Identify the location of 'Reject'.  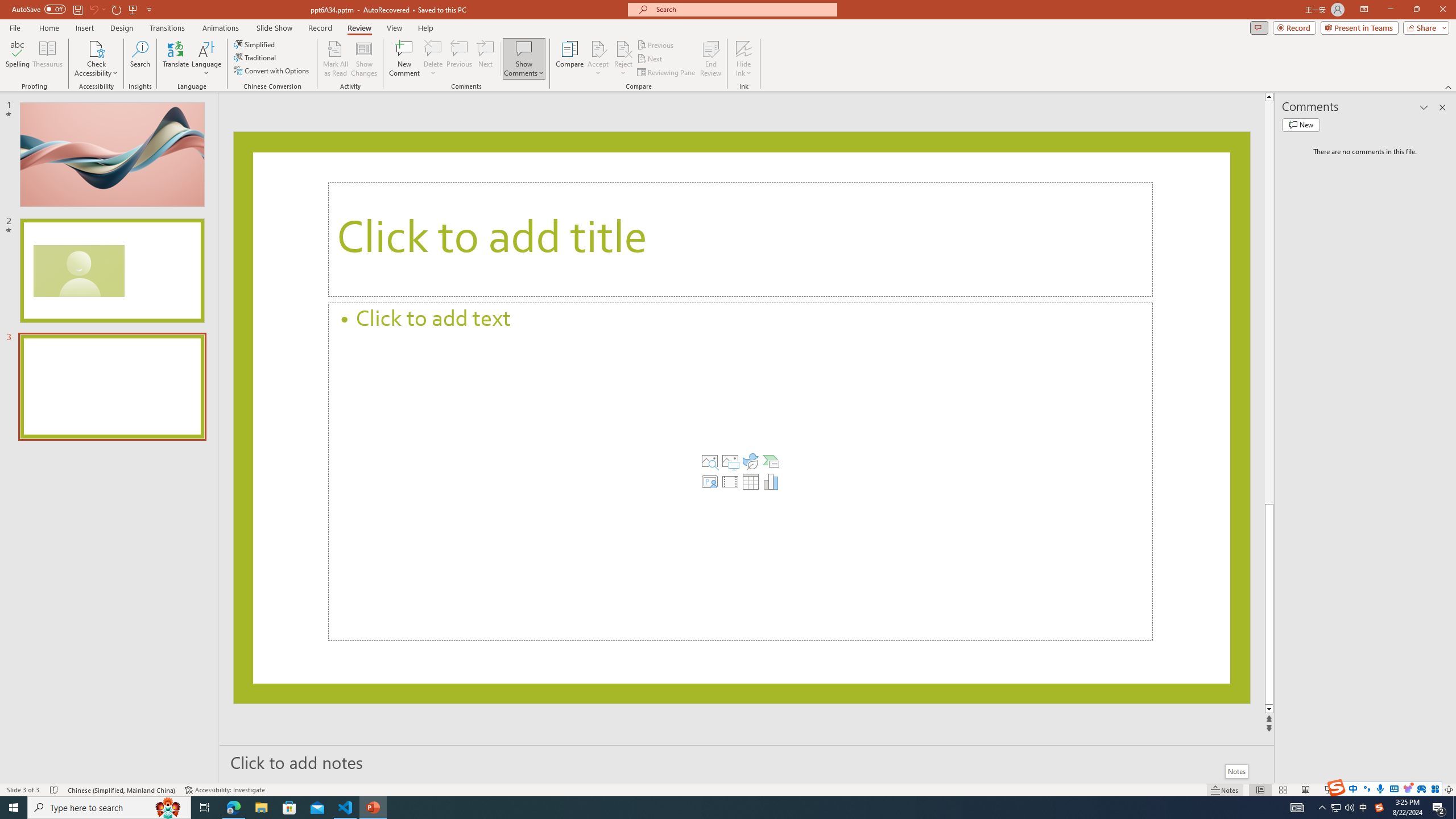
(622, 59).